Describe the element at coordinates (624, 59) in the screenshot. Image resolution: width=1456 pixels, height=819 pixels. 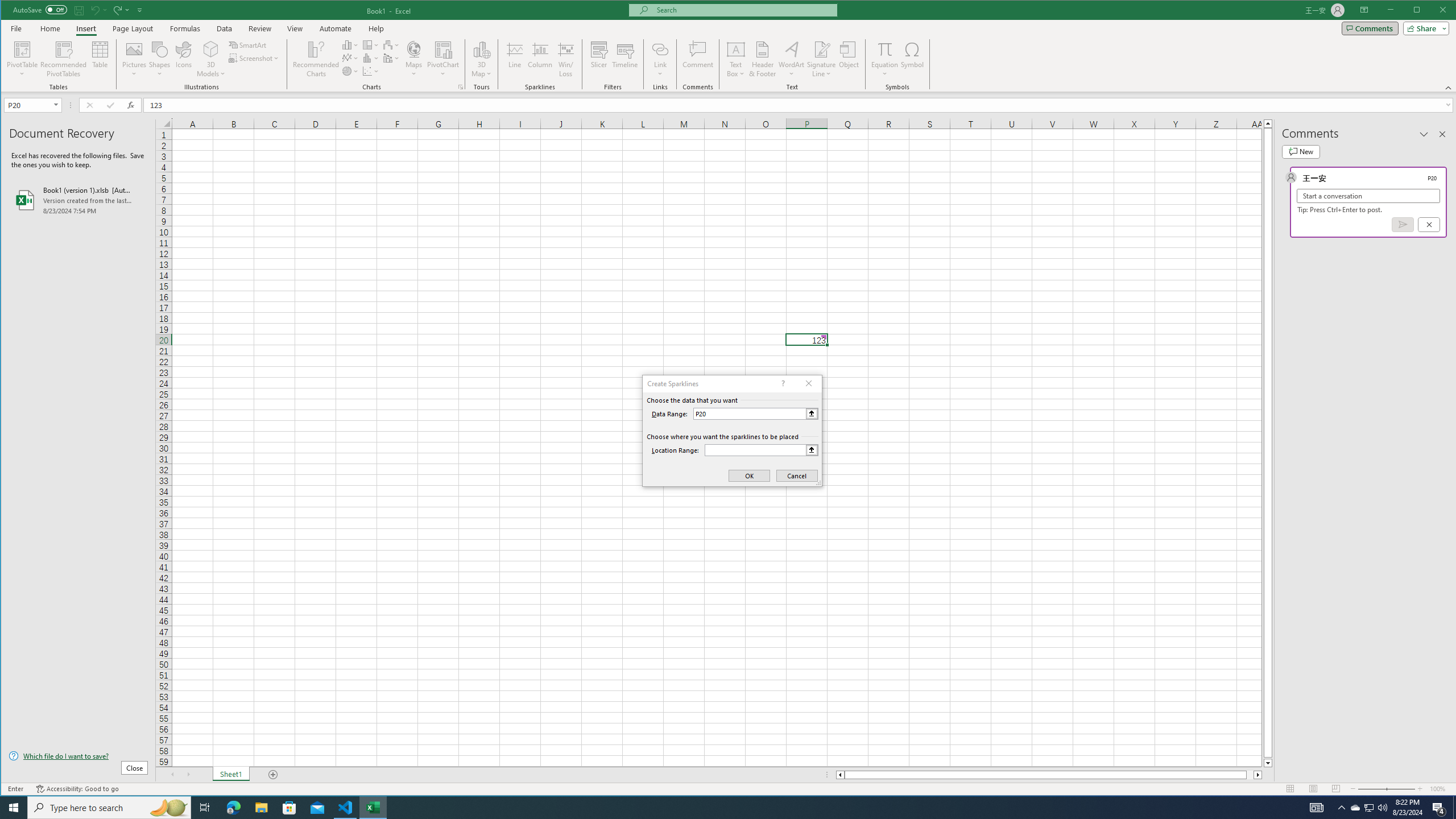
I see `'Timeline'` at that location.